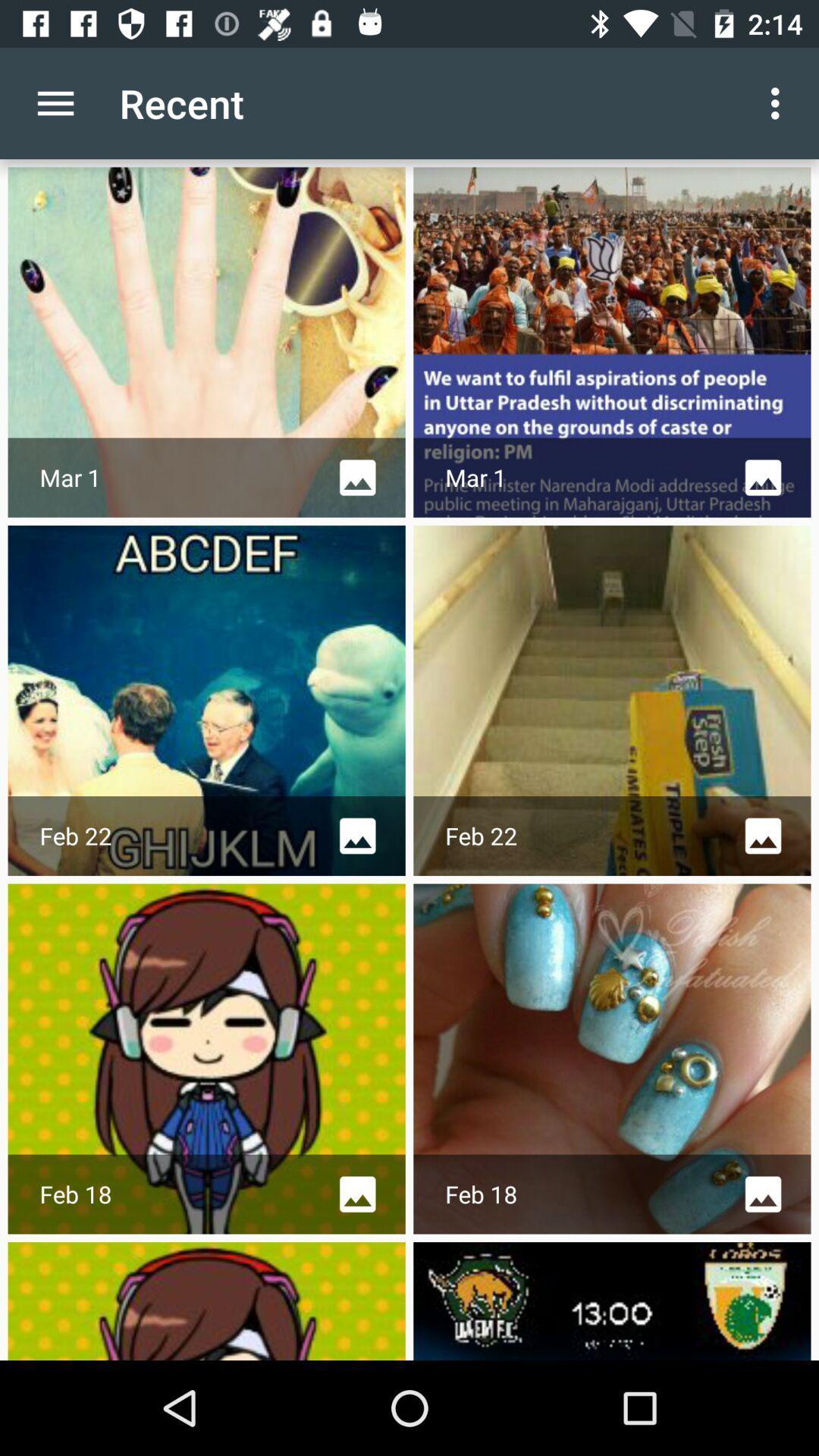 This screenshot has width=819, height=1456. Describe the element at coordinates (55, 102) in the screenshot. I see `the icon next to the recent item` at that location.